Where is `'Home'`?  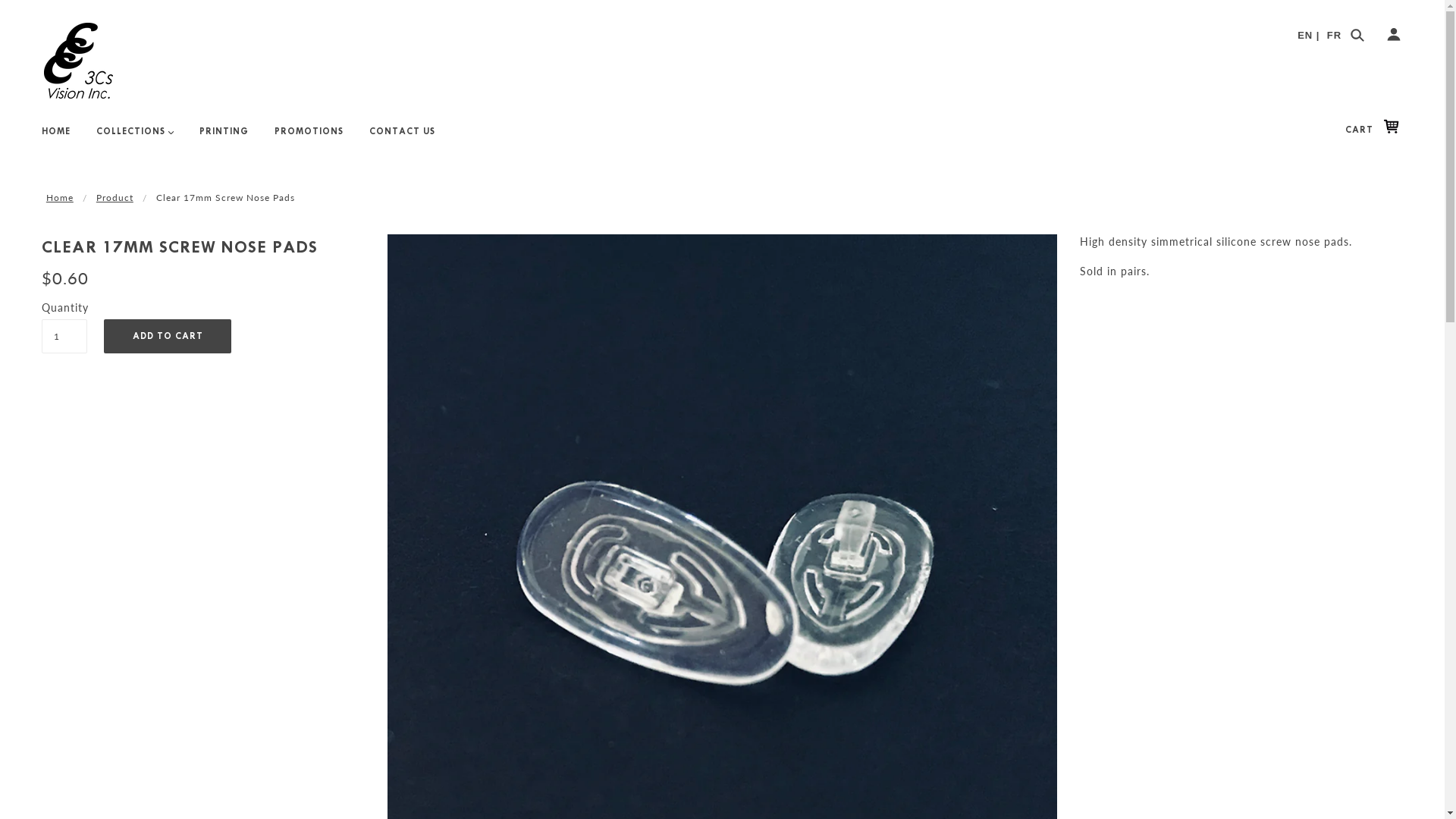
'Home' is located at coordinates (46, 196).